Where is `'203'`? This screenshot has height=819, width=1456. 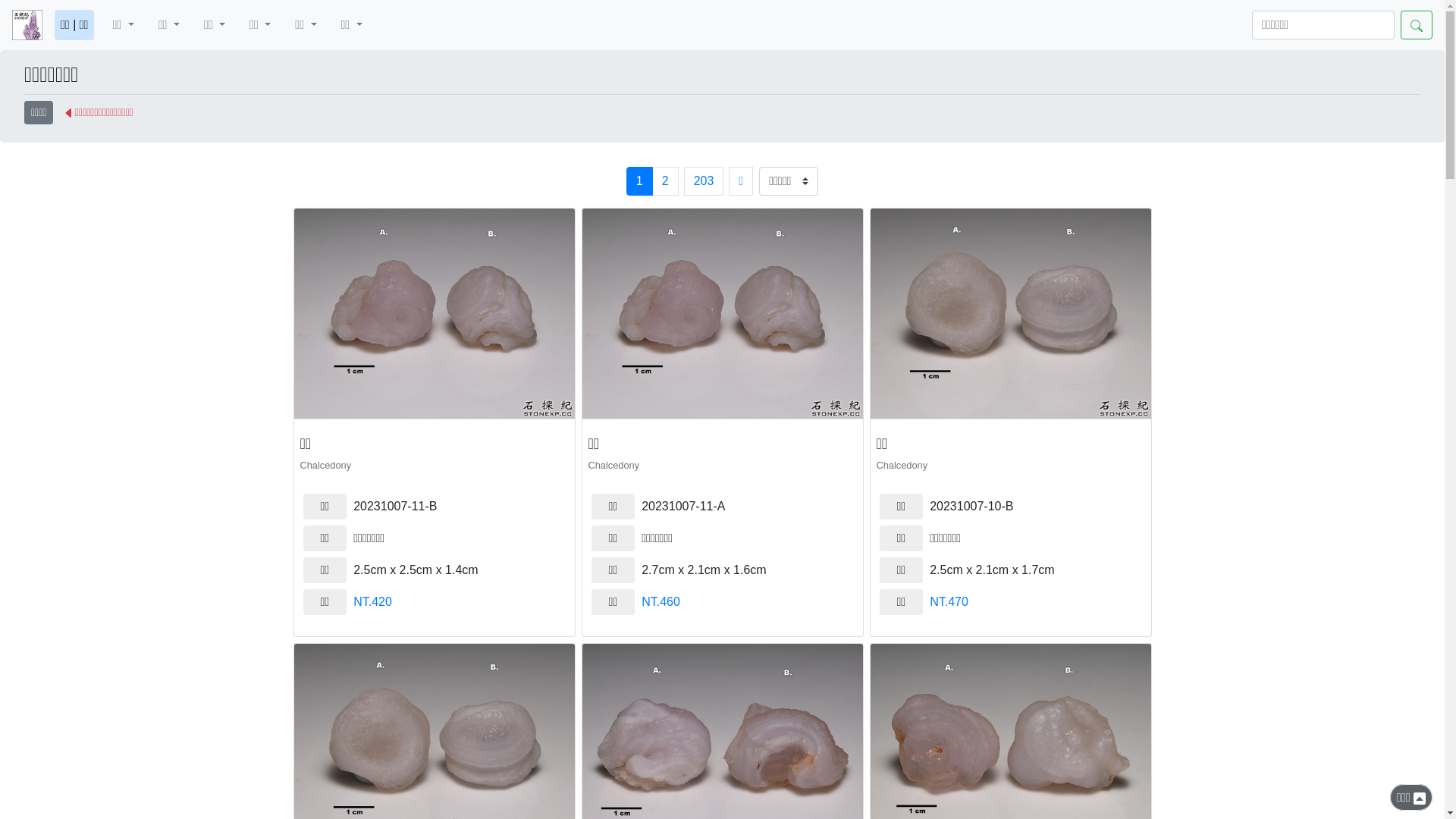 '203' is located at coordinates (683, 180).